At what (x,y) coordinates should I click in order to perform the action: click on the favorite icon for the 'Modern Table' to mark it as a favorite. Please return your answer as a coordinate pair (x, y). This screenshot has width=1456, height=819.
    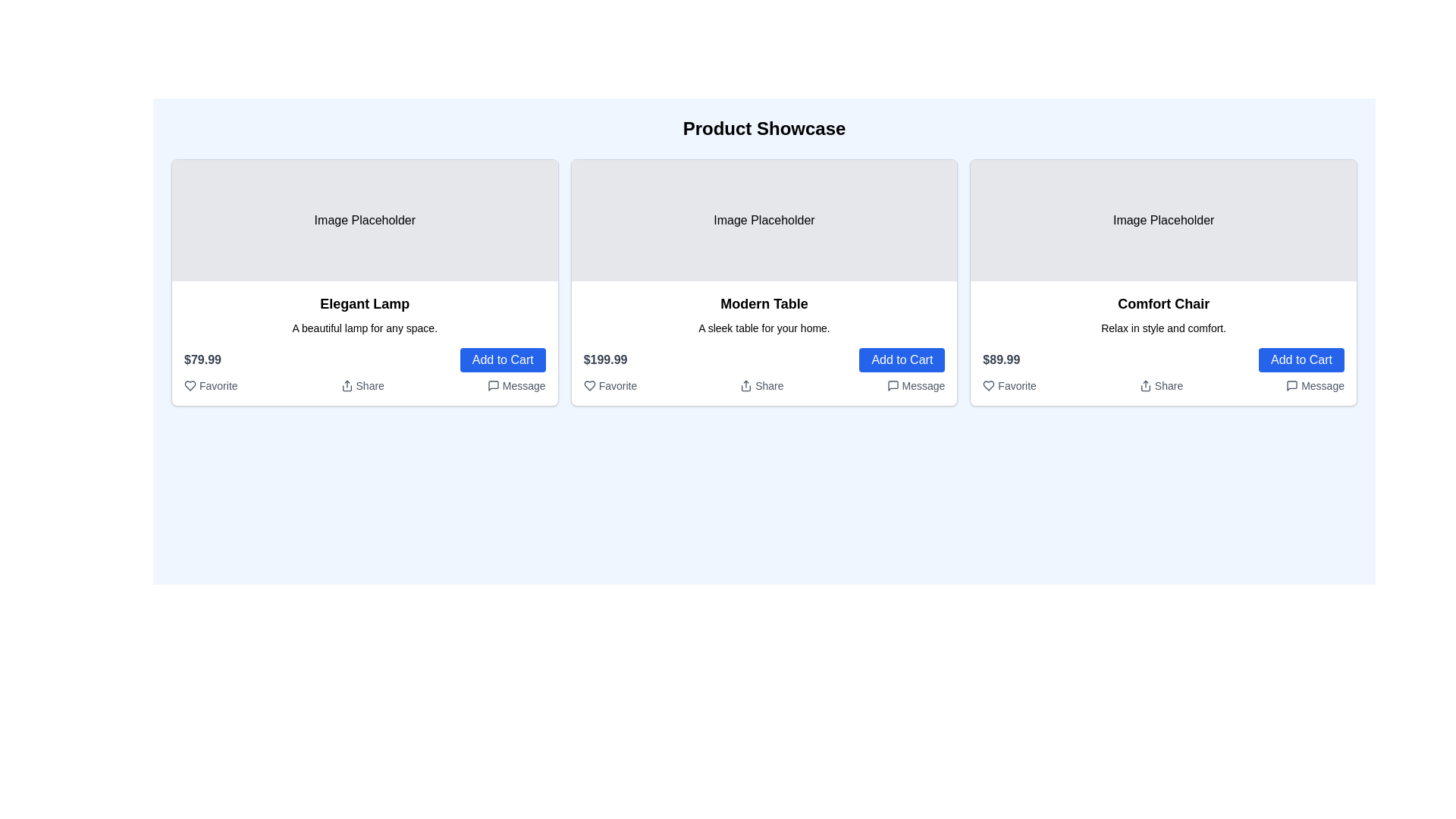
    Looking at the image, I should click on (588, 385).